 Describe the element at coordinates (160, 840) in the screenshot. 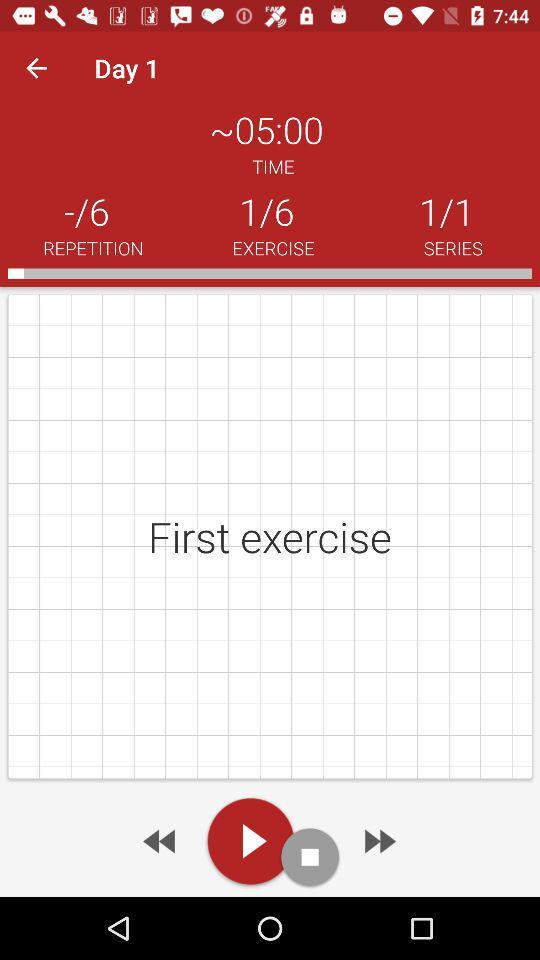

I see `the previous arrow button at the bottom of the page` at that location.